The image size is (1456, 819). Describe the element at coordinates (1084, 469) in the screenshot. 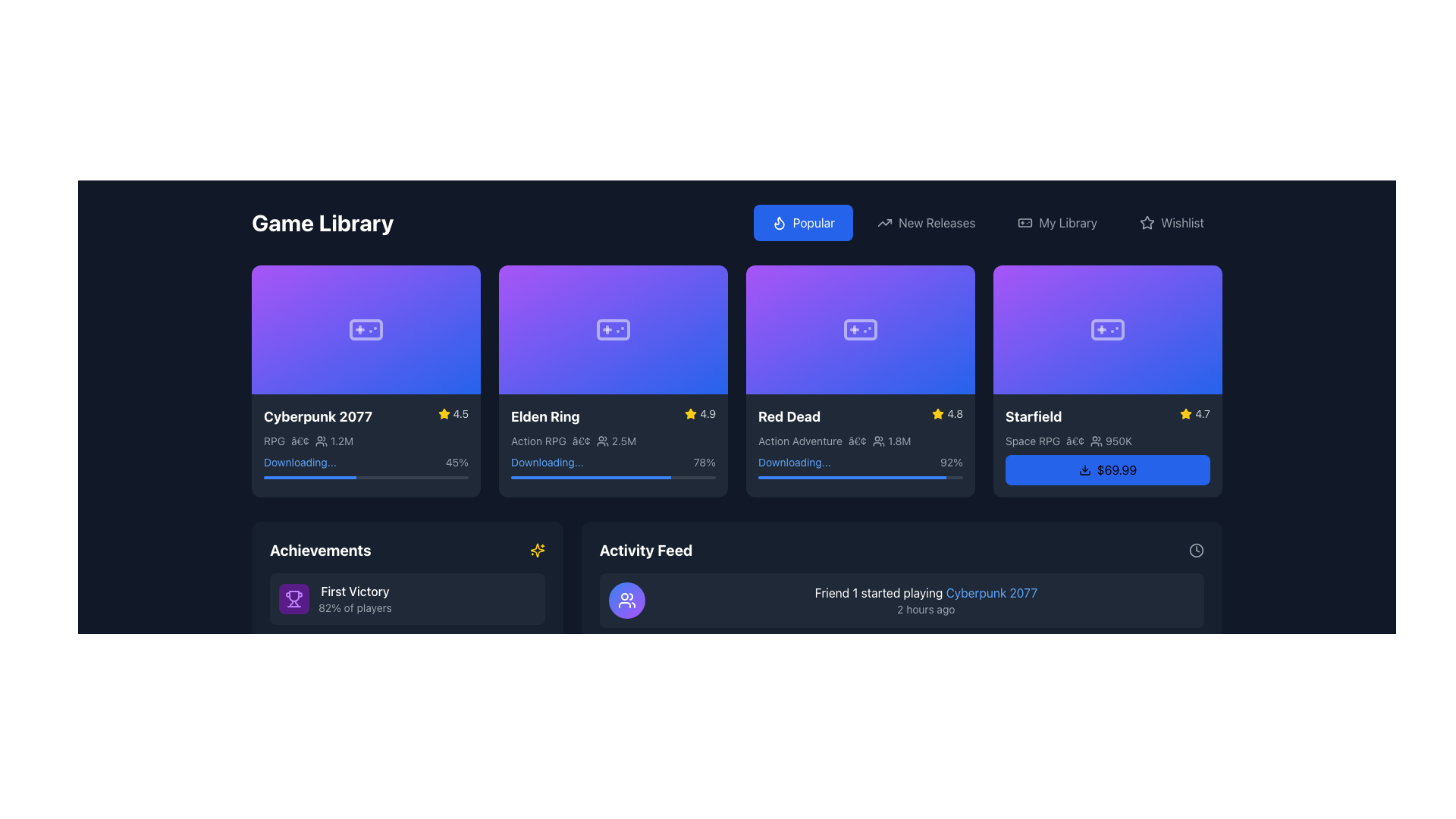

I see `the blue download icon with a downward-facing arrow located to the left of the '$69.99' text on the 'Starfield' card in the game library interface` at that location.